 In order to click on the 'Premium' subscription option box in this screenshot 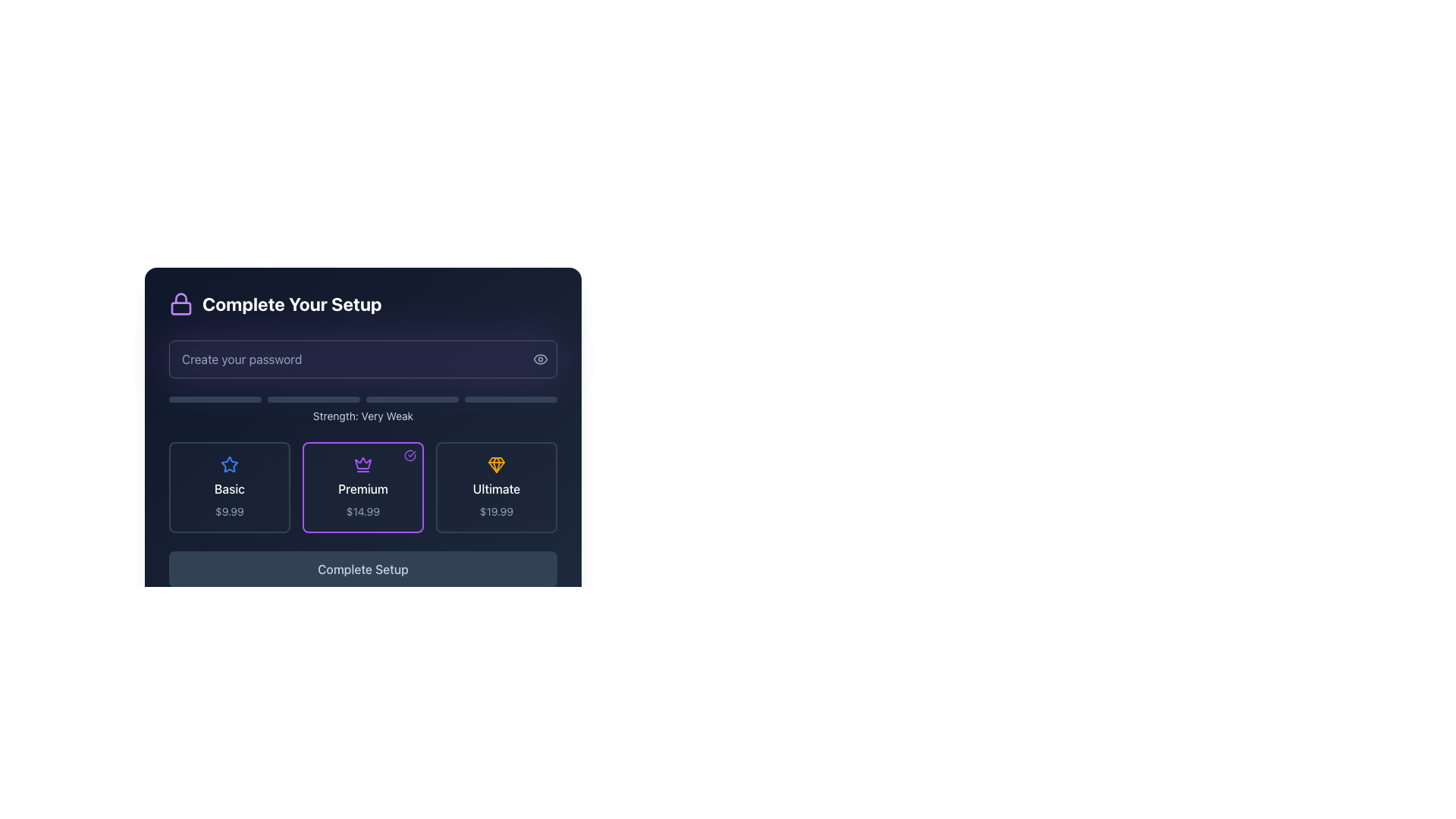, I will do `click(362, 488)`.